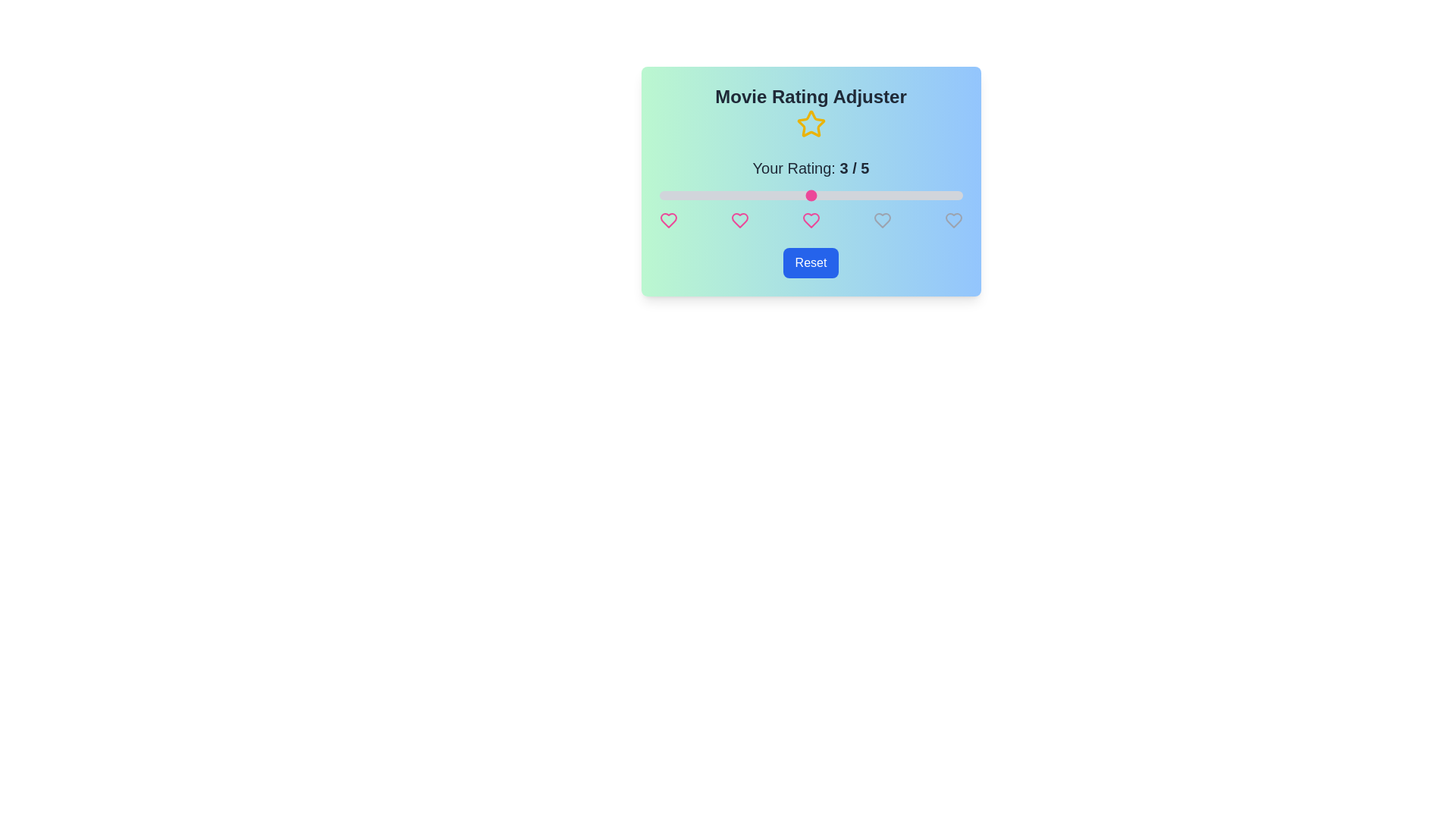 The width and height of the screenshot is (1456, 819). I want to click on the rating slider to 4, so click(886, 195).